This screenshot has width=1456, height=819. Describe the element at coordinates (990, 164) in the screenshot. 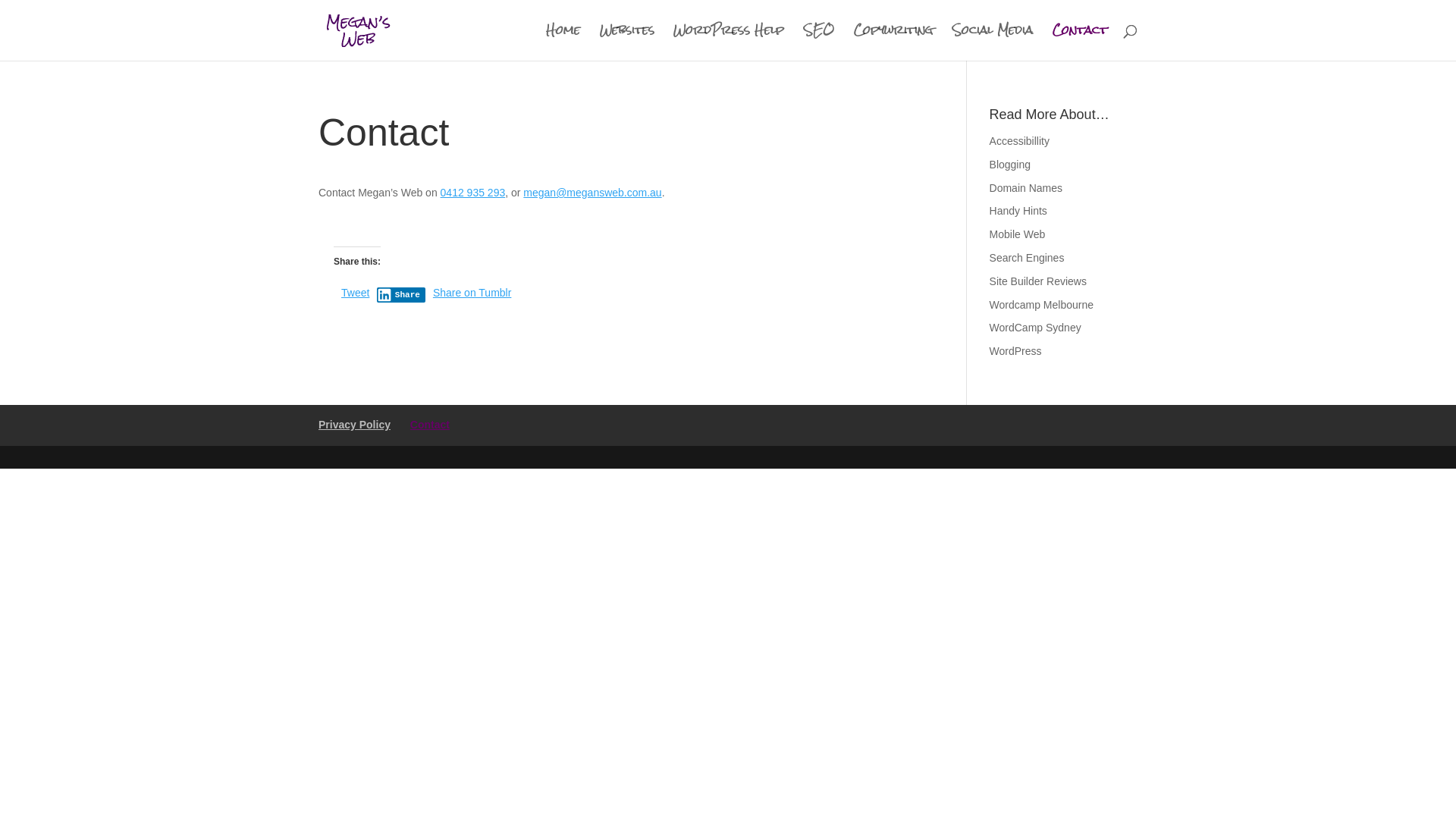

I see `'Blogging'` at that location.